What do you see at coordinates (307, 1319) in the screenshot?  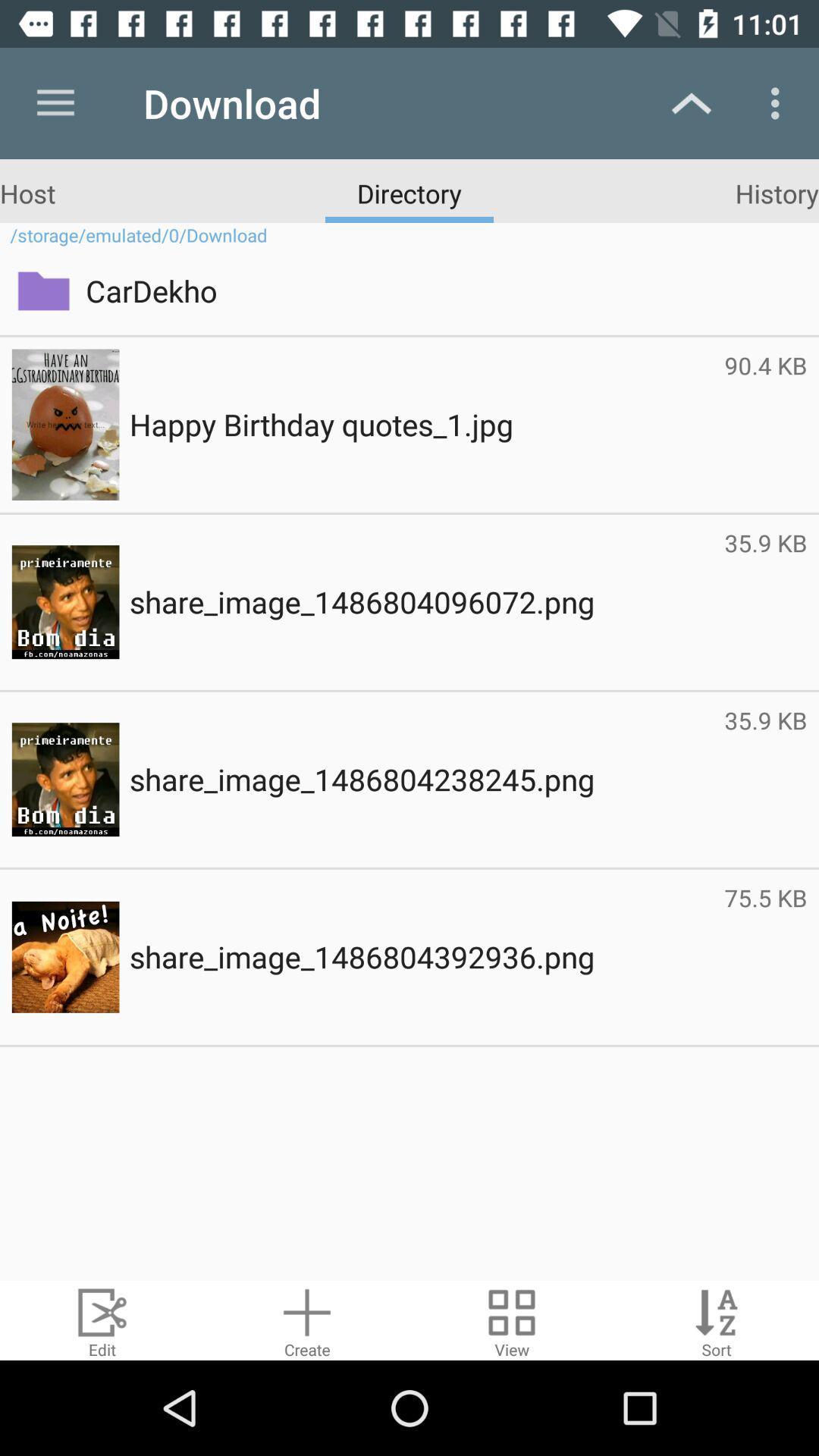 I see `new folder` at bounding box center [307, 1319].